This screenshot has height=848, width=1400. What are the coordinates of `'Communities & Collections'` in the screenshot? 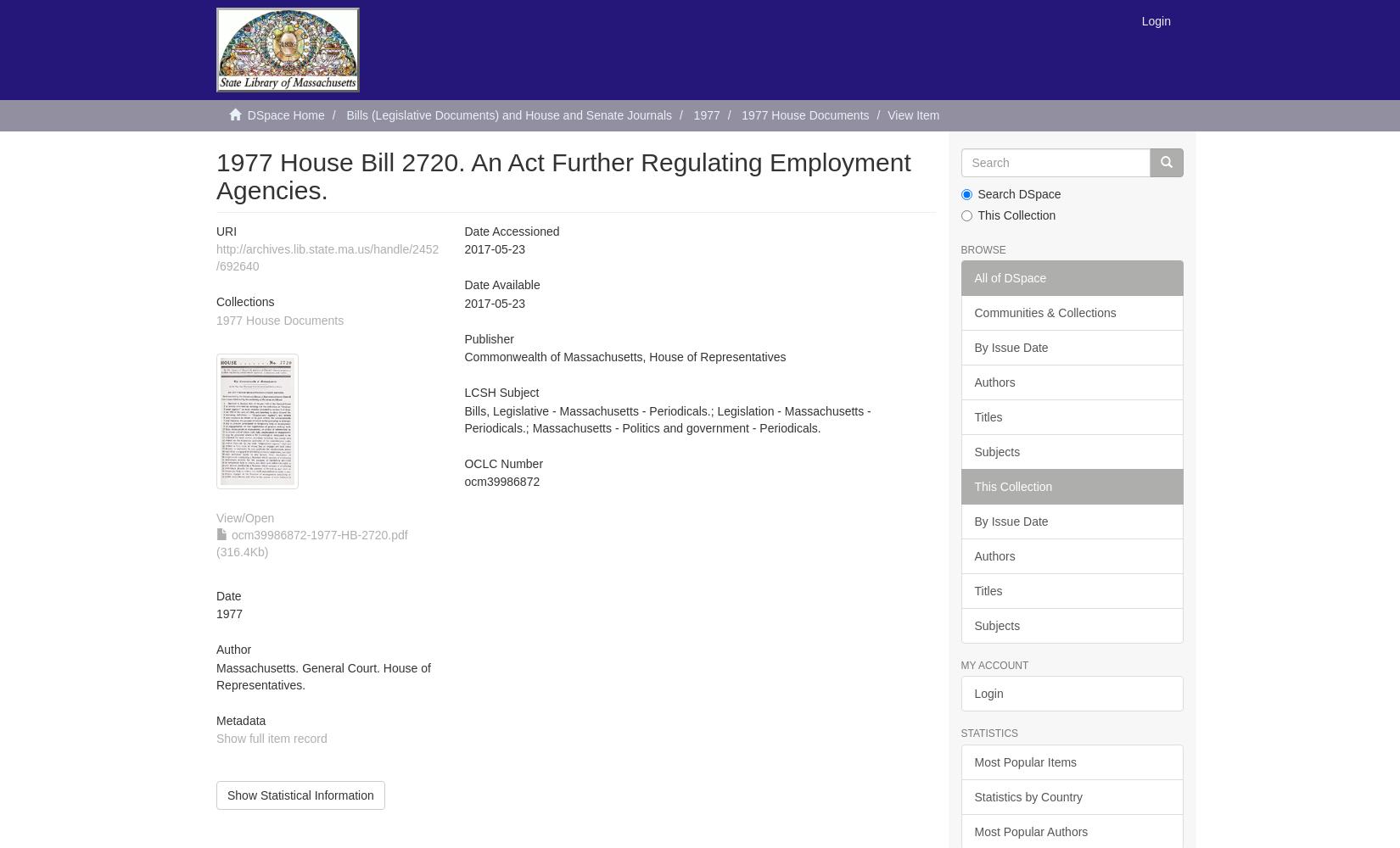 It's located at (1044, 312).